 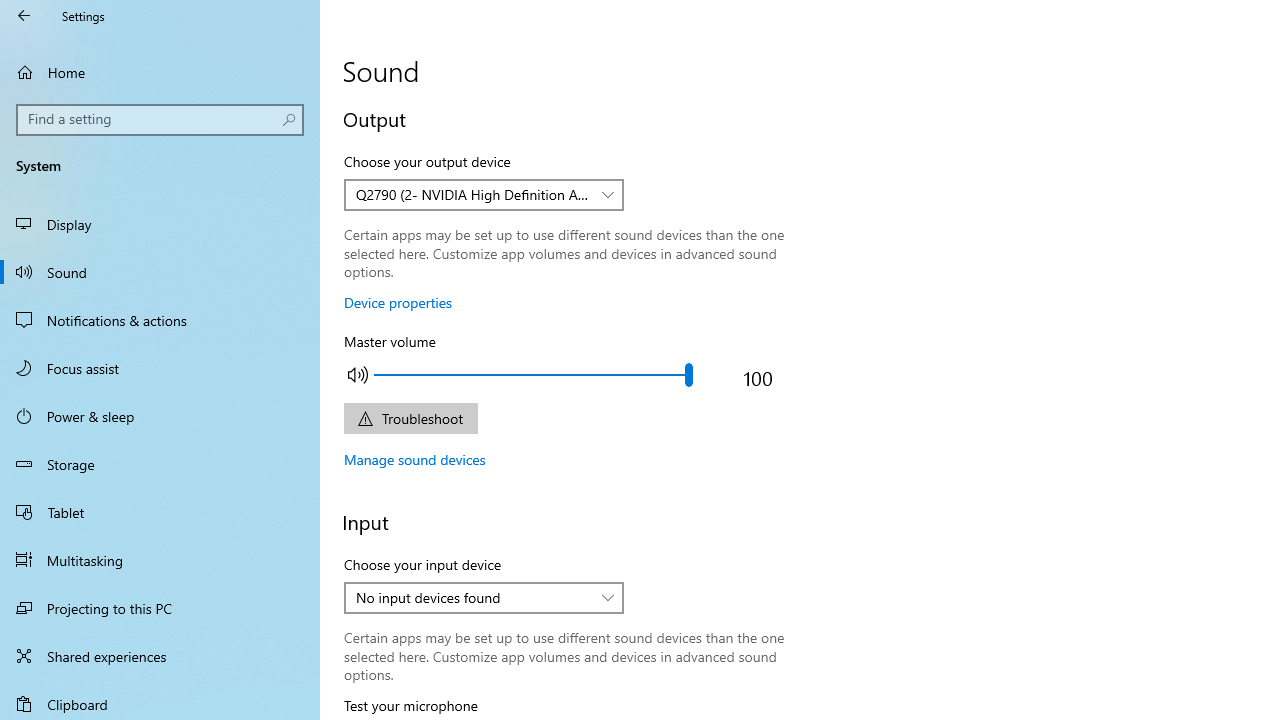 I want to click on 'Storage', so click(x=160, y=464).